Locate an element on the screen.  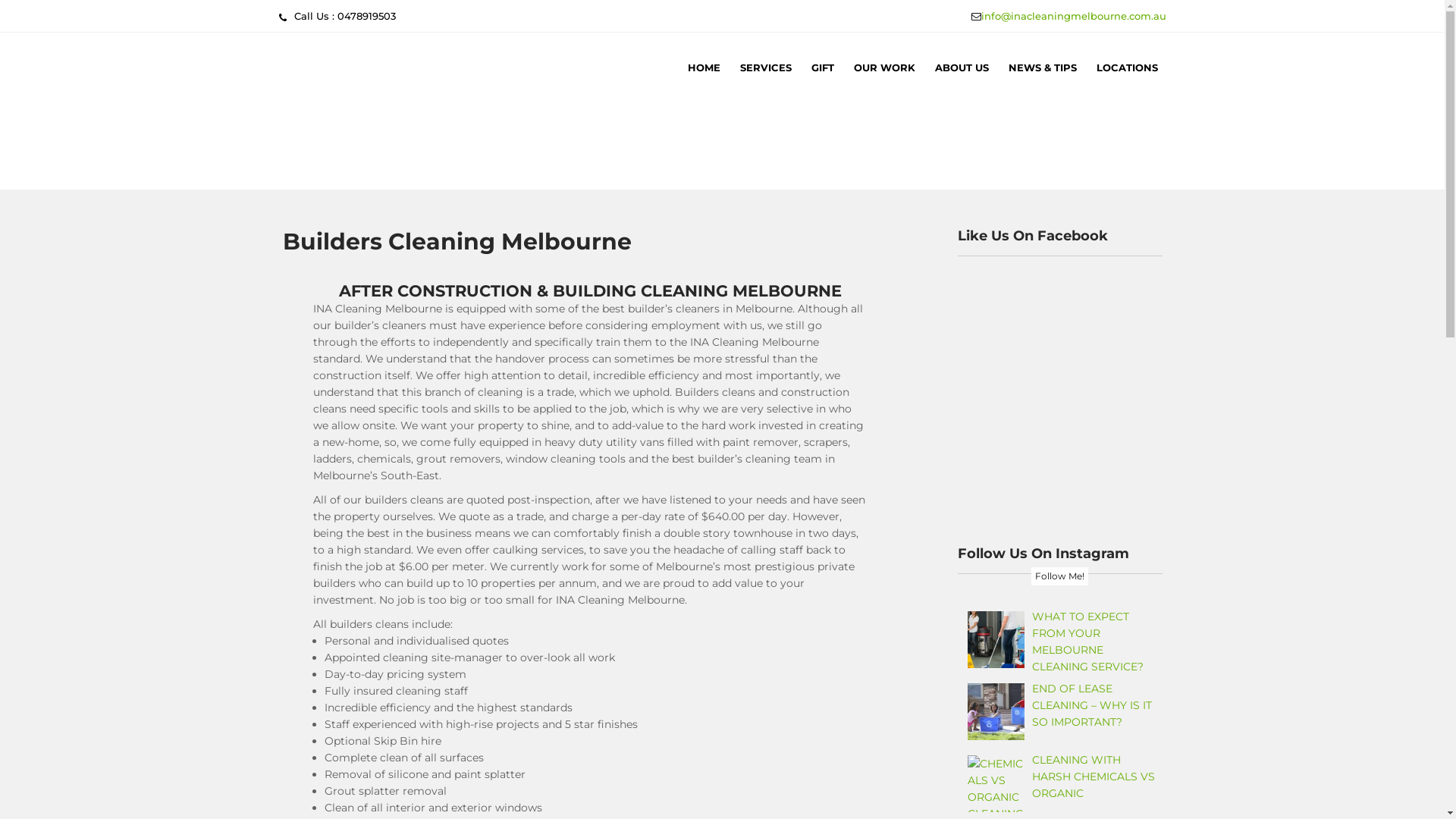
'NEWS & TIPS' is located at coordinates (1040, 66).